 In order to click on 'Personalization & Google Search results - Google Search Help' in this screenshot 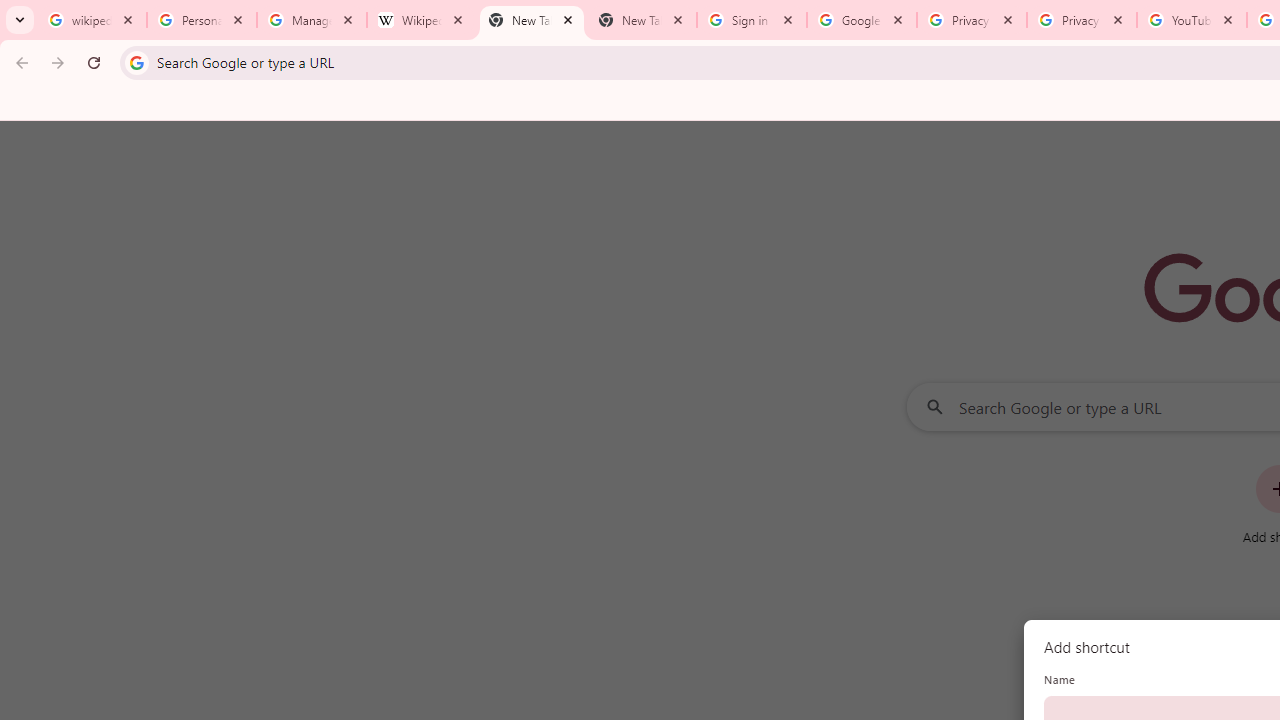, I will do `click(202, 20)`.